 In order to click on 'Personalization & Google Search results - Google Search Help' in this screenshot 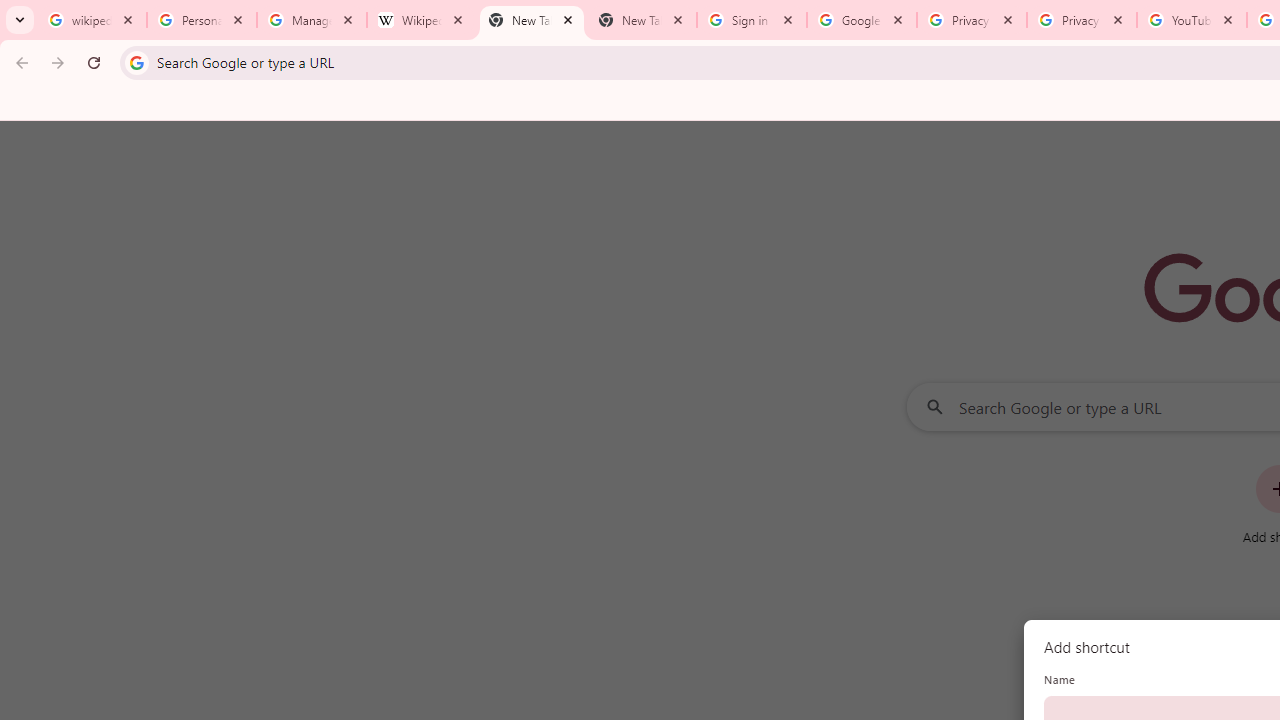, I will do `click(202, 20)`.